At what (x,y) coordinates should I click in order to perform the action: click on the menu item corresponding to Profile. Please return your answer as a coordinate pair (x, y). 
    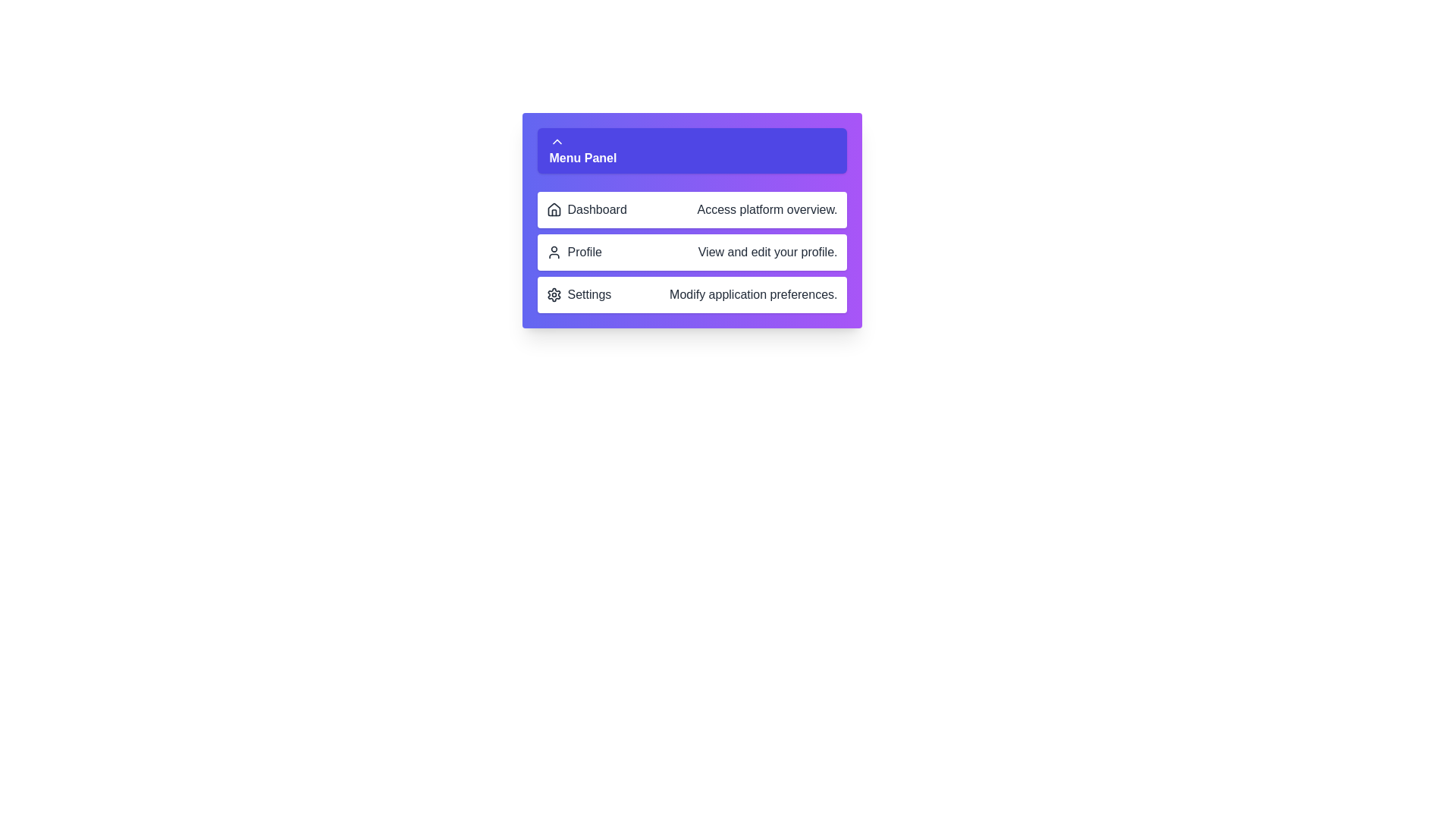
    Looking at the image, I should click on (691, 251).